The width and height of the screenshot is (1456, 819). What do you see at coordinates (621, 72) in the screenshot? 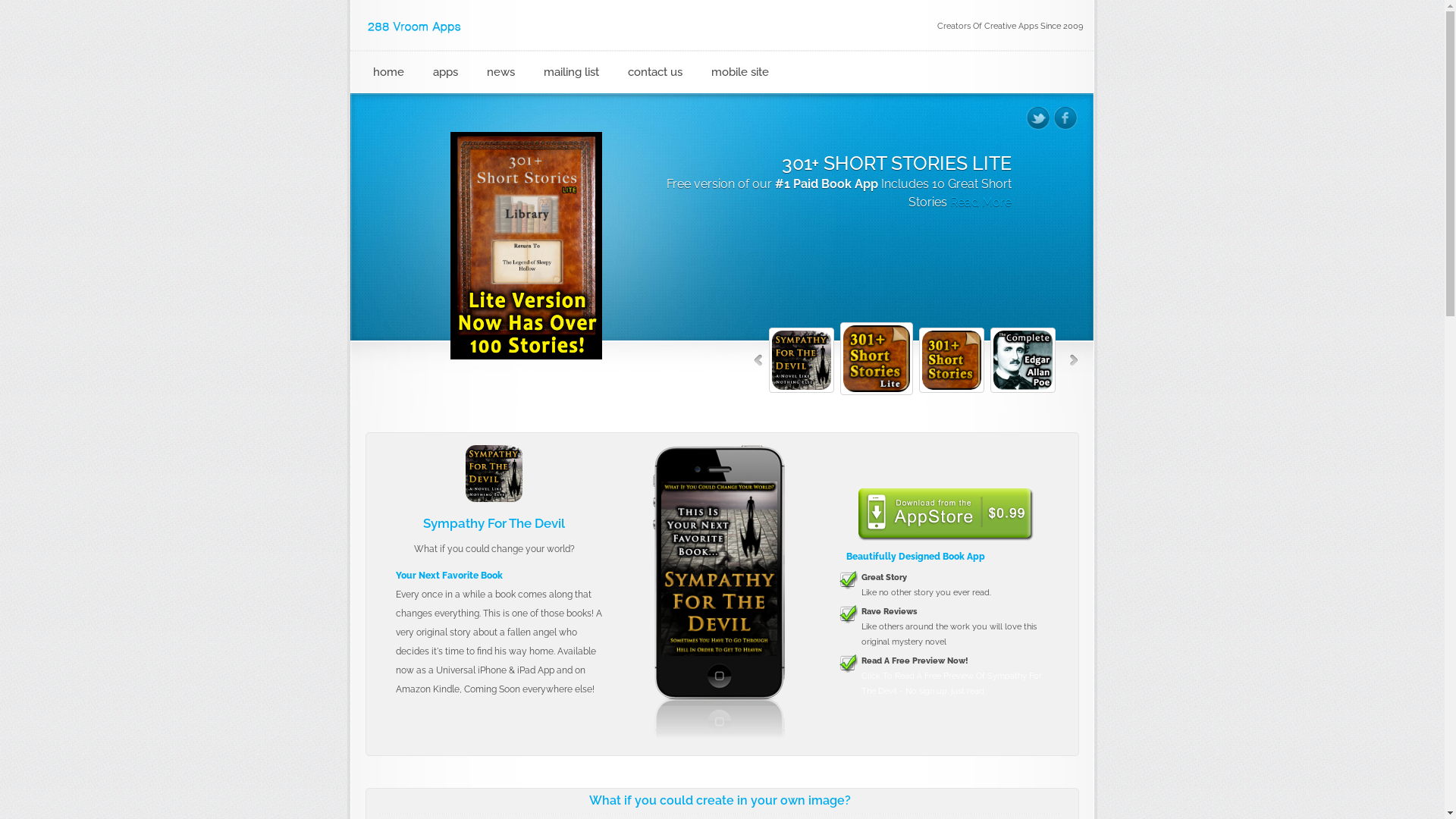
I see `'contact us'` at bounding box center [621, 72].